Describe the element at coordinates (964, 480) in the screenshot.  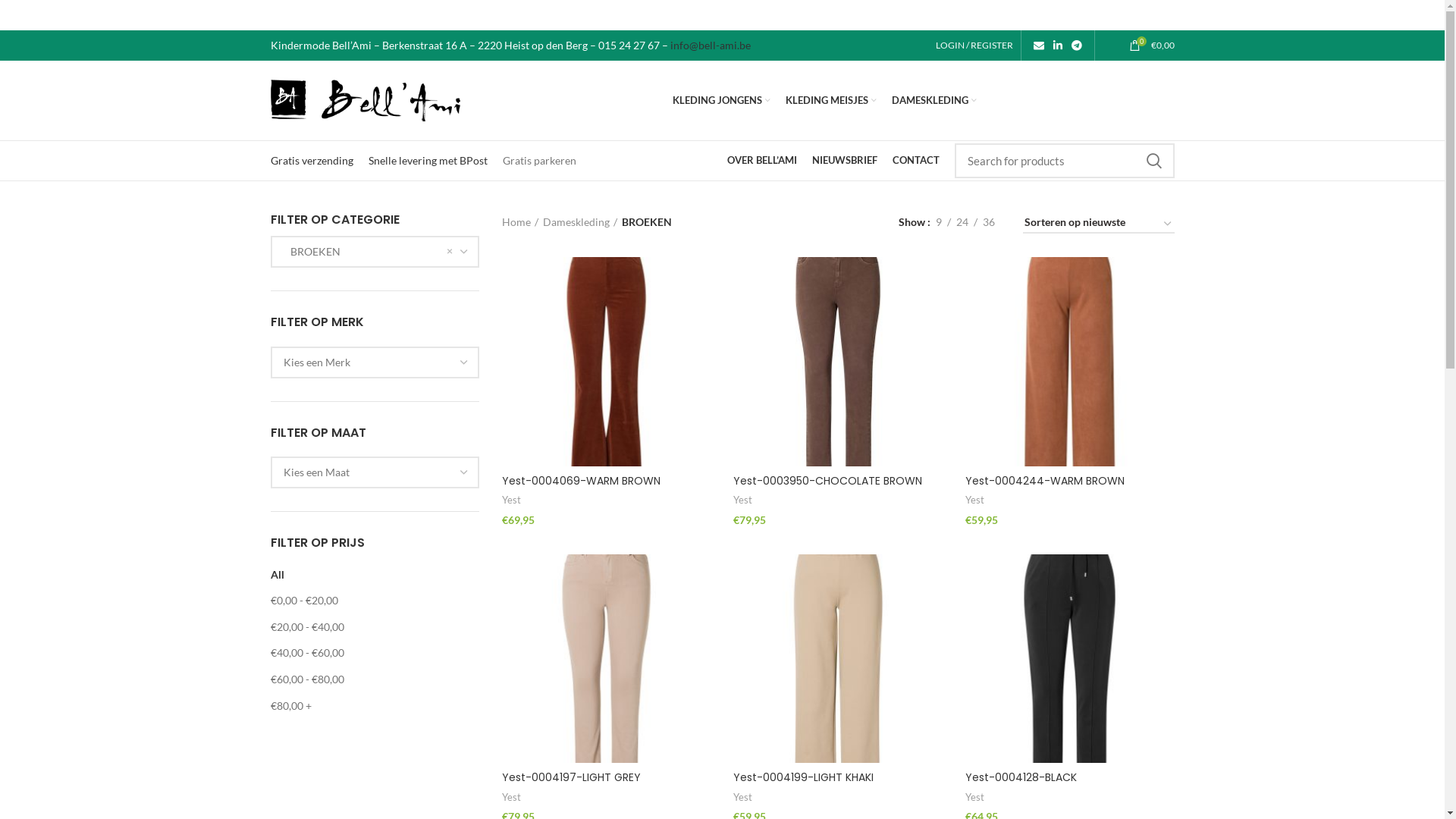
I see `'Yest-0004244-WARM BROWN'` at that location.